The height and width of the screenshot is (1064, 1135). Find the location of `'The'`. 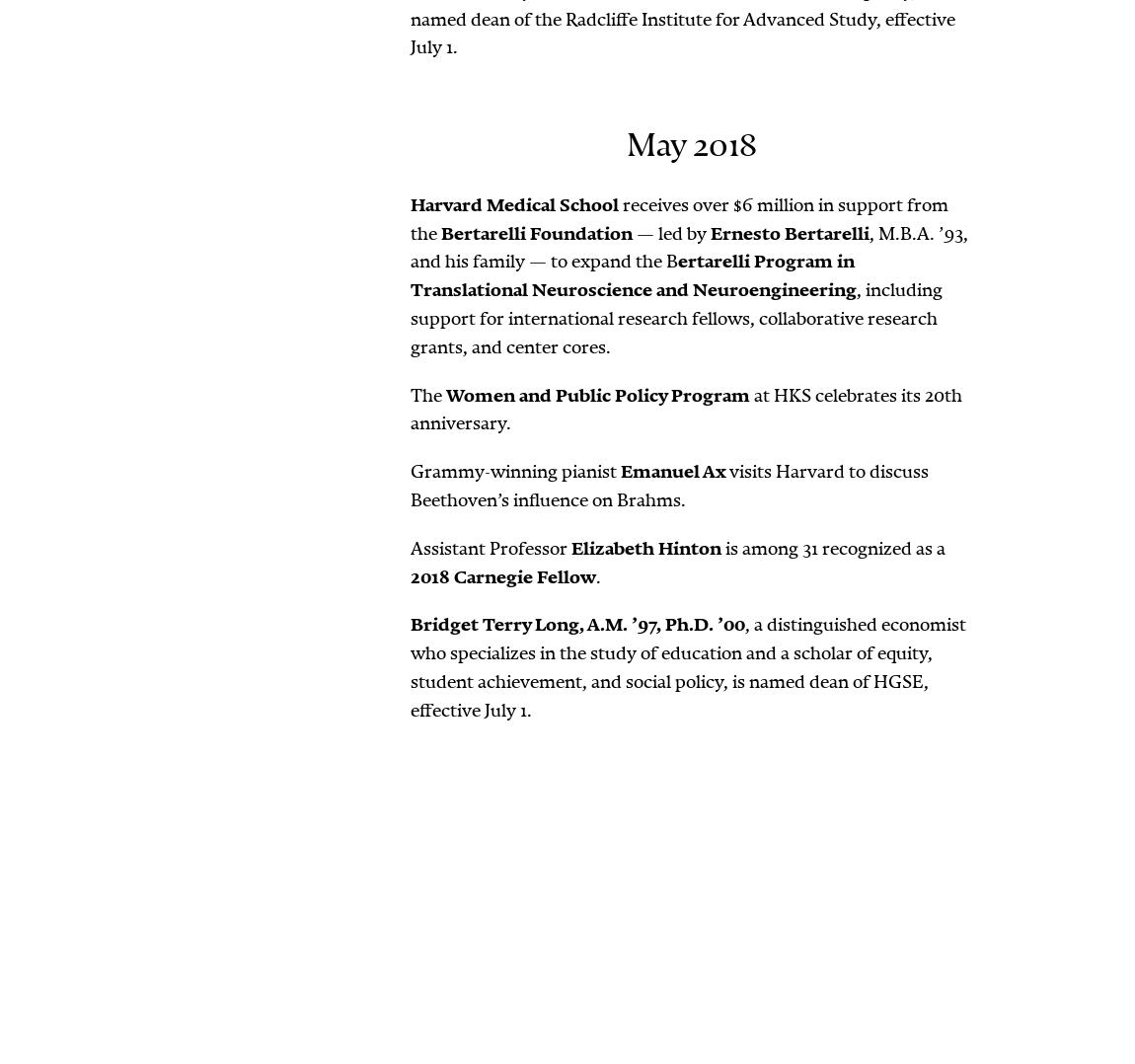

'The' is located at coordinates (428, 394).